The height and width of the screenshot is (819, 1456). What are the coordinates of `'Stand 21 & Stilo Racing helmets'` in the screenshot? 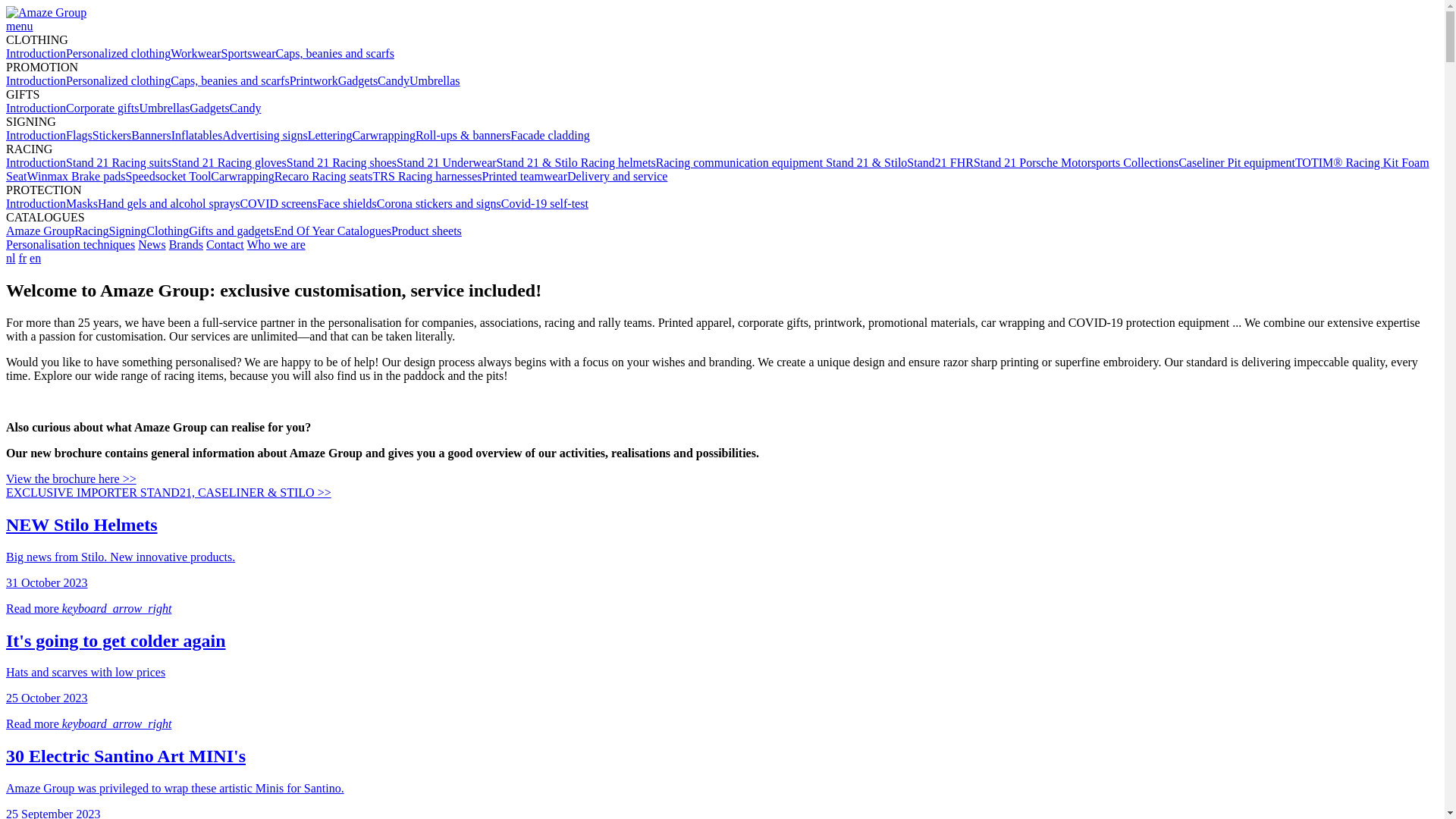 It's located at (496, 162).